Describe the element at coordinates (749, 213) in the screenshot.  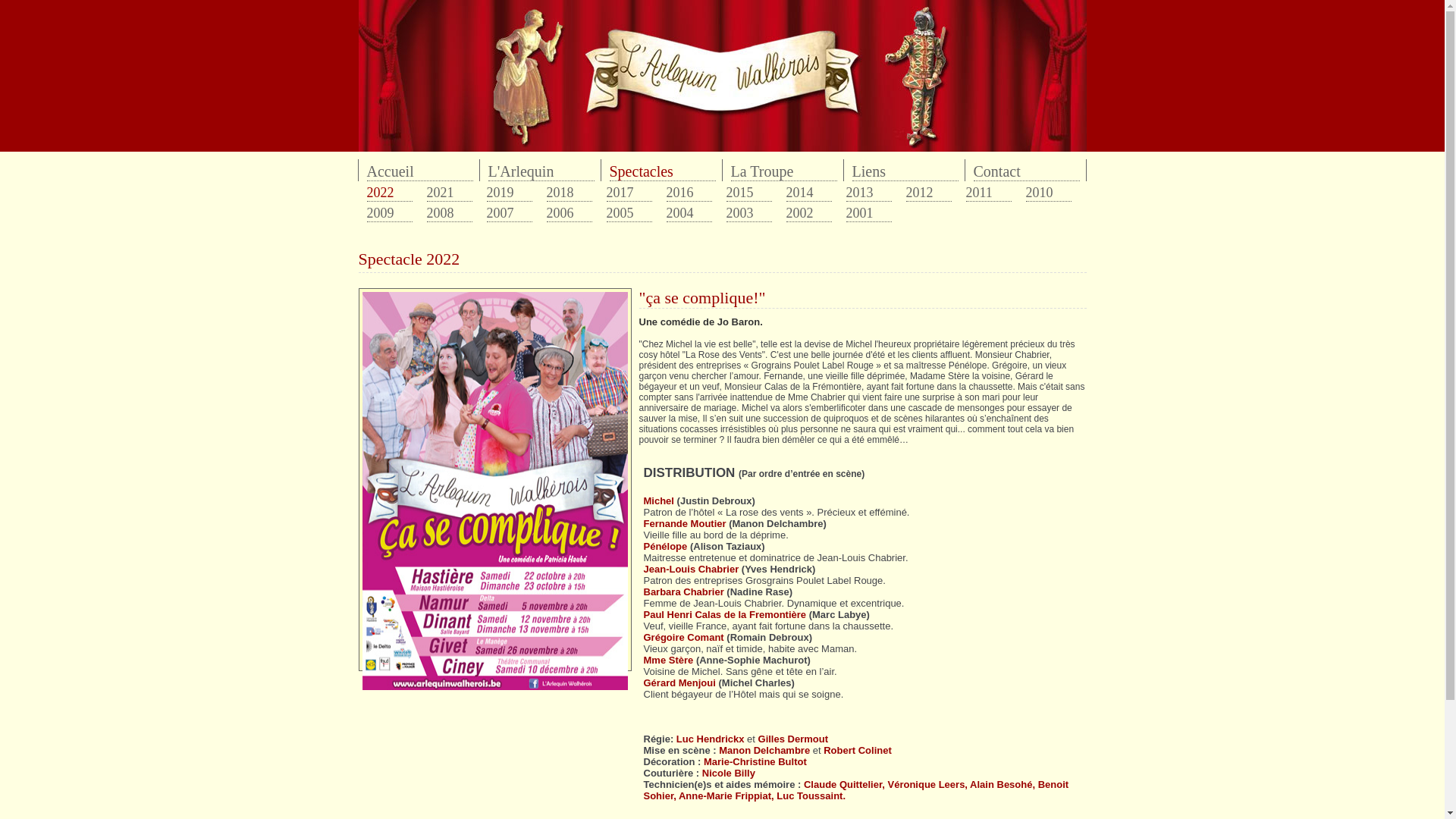
I see `'2003'` at that location.